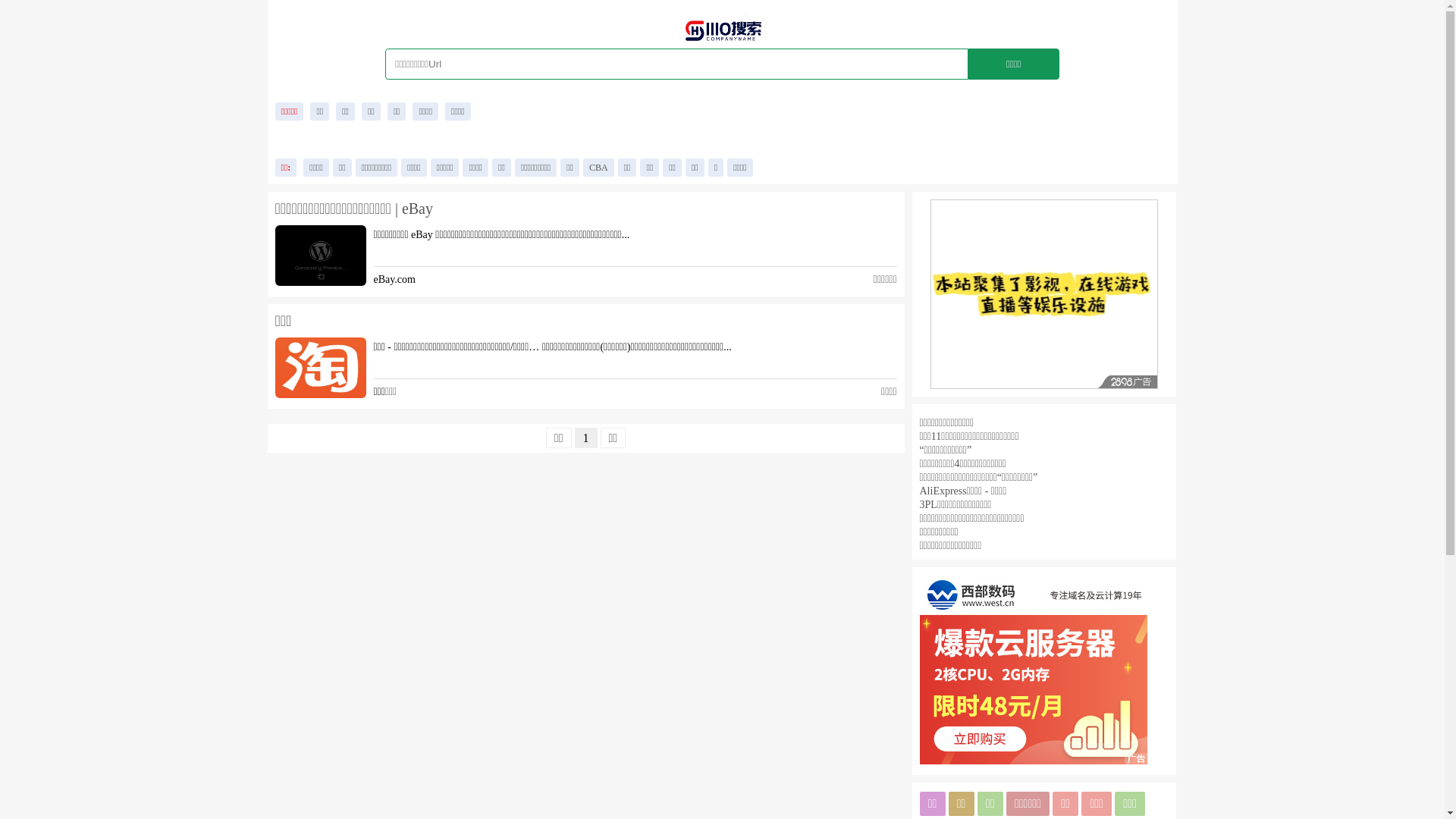  What do you see at coordinates (598, 167) in the screenshot?
I see `'CBA'` at bounding box center [598, 167].